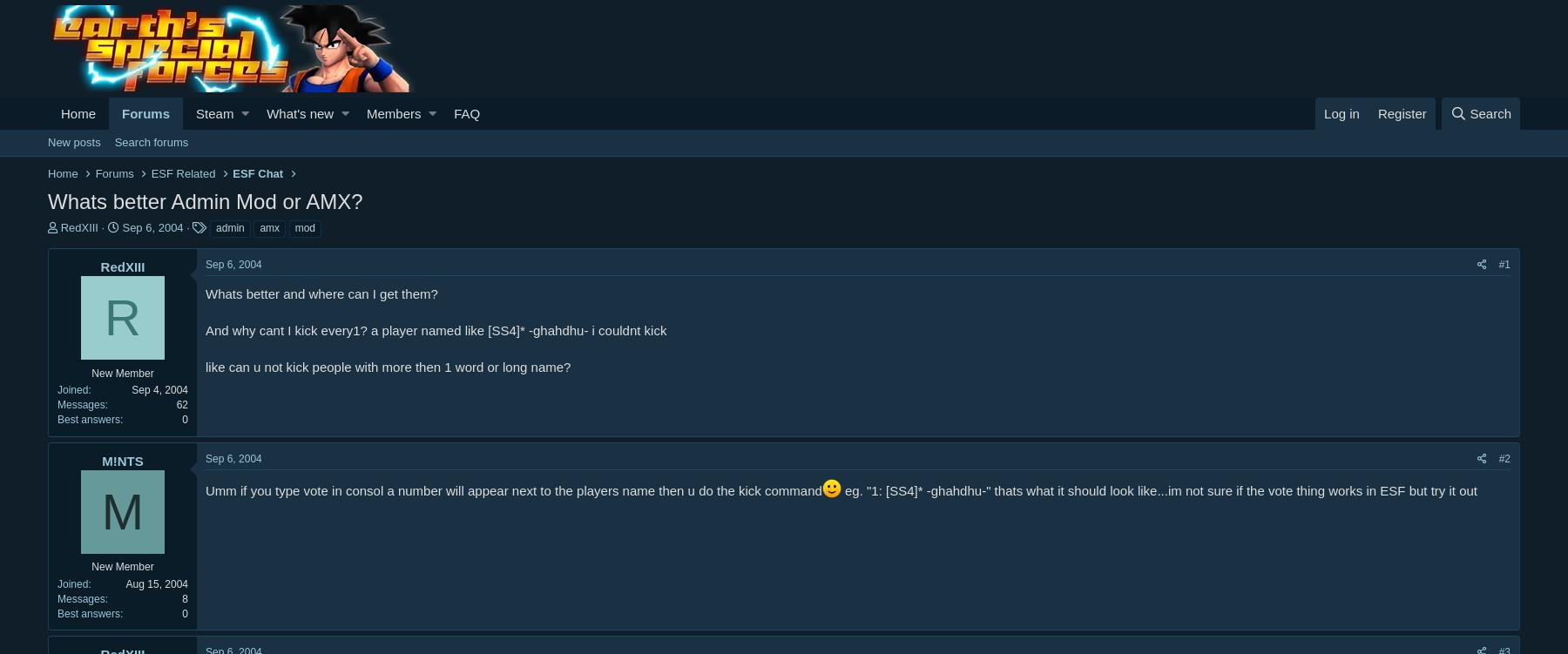  Describe the element at coordinates (151, 142) in the screenshot. I see `'Search forums'` at that location.